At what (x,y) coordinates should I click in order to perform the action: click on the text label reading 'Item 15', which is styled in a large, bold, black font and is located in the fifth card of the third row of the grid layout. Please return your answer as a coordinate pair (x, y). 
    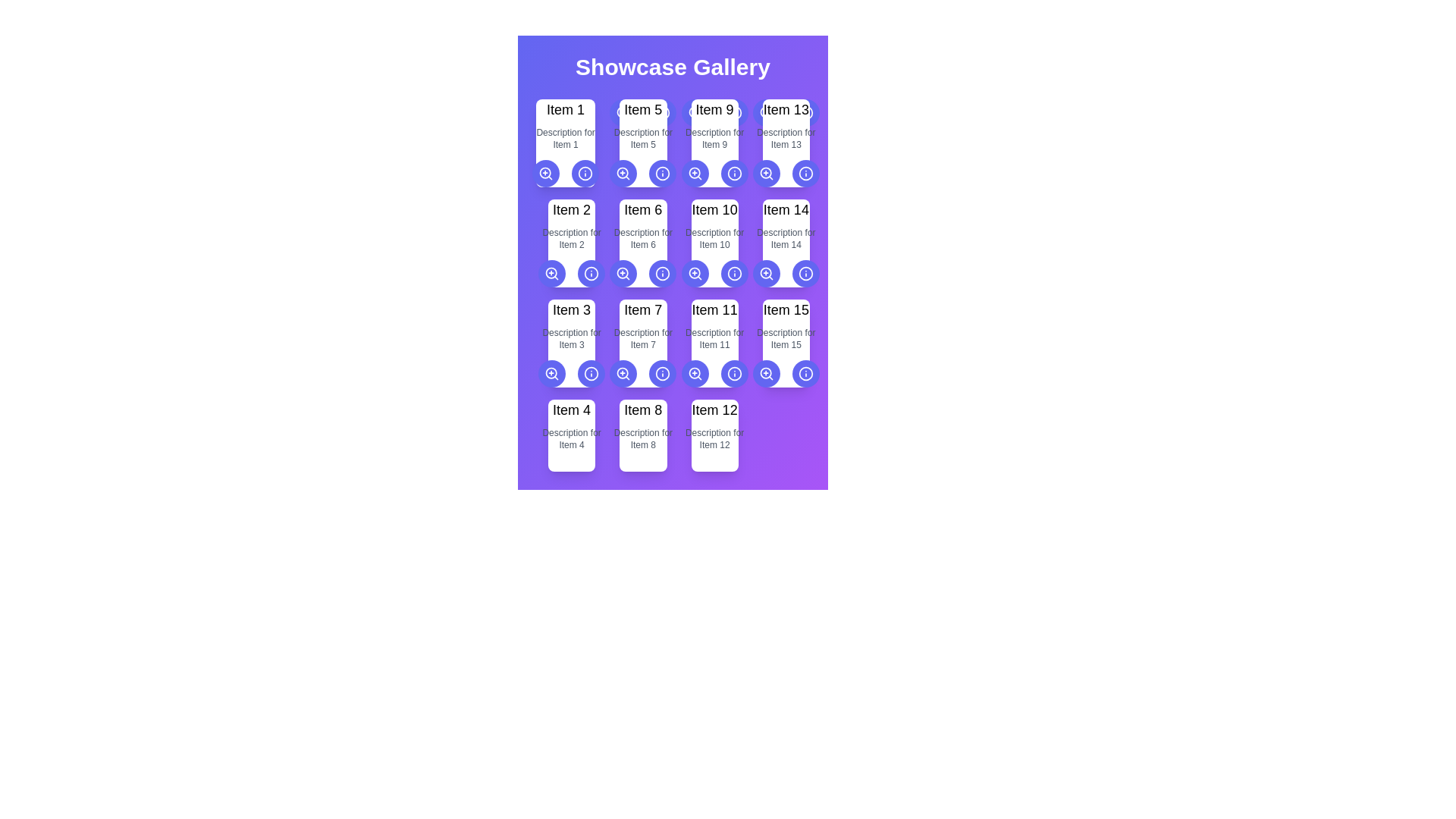
    Looking at the image, I should click on (786, 309).